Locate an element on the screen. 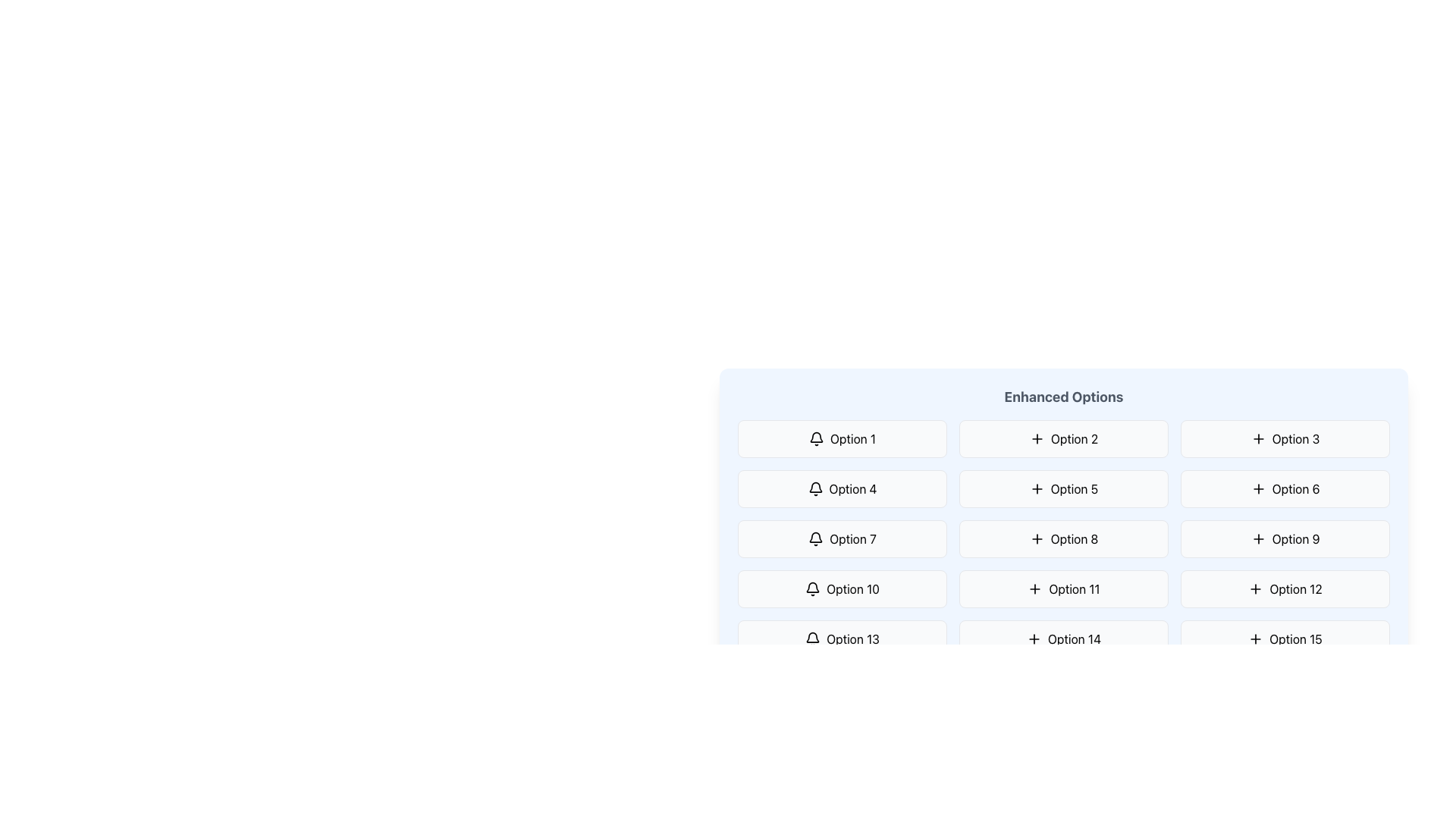 The width and height of the screenshot is (1456, 819). the bell icon inside the 'Option 10' button located in the bottom-left corner of the 'Enhanced Options' grid is located at coordinates (812, 588).